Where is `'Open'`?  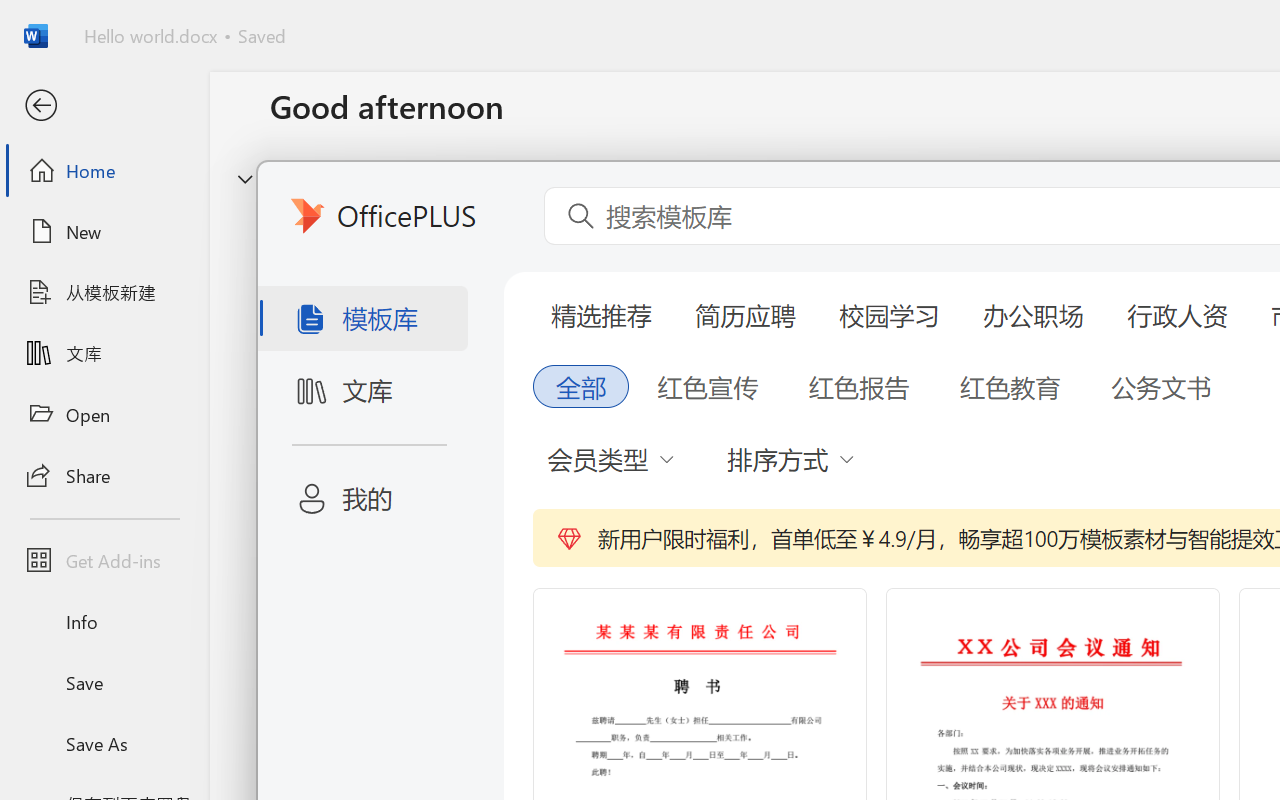 'Open' is located at coordinates (103, 414).